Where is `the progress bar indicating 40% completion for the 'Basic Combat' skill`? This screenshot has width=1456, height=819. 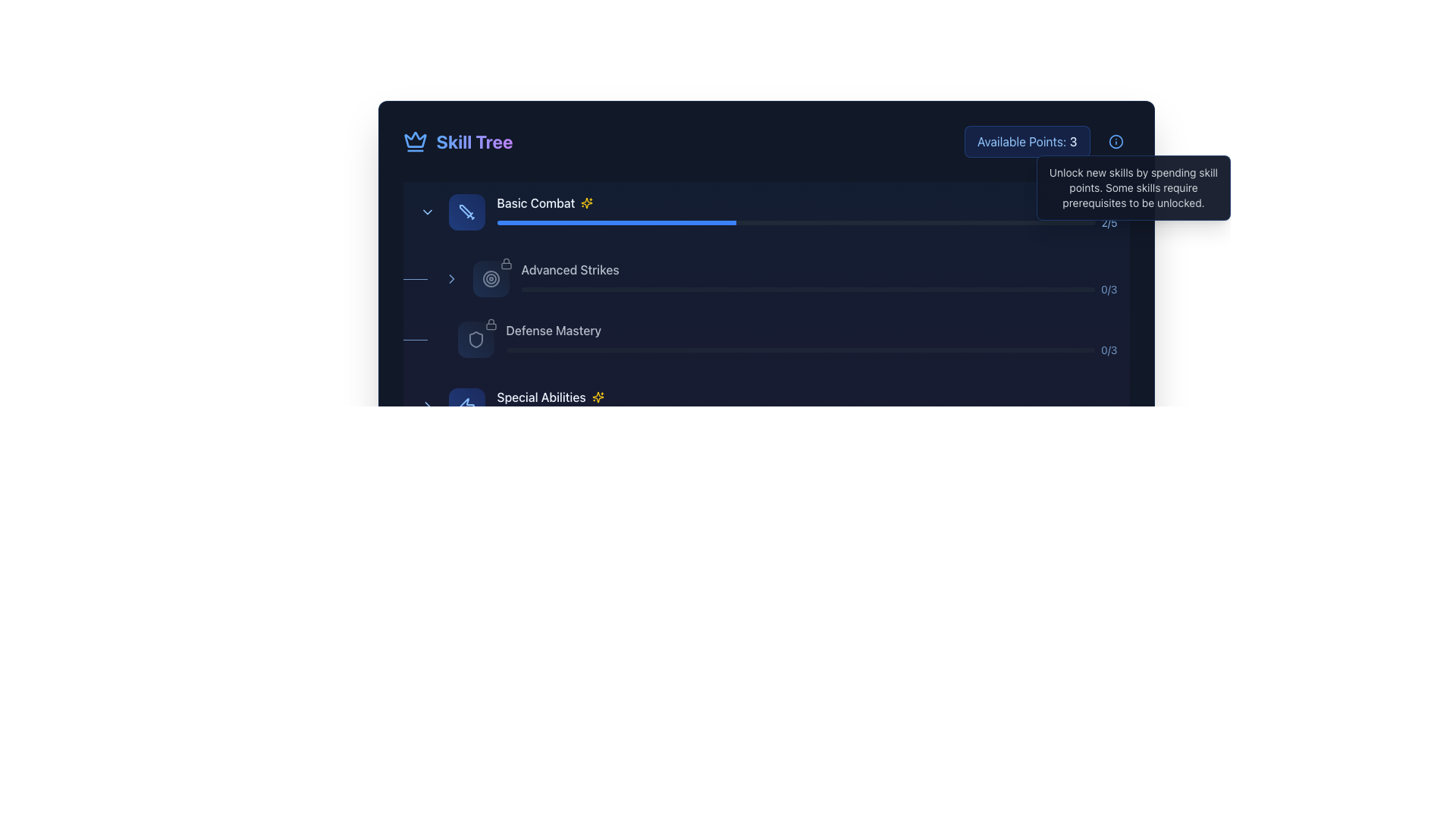
the progress bar indicating 40% completion for the 'Basic Combat' skill is located at coordinates (795, 222).